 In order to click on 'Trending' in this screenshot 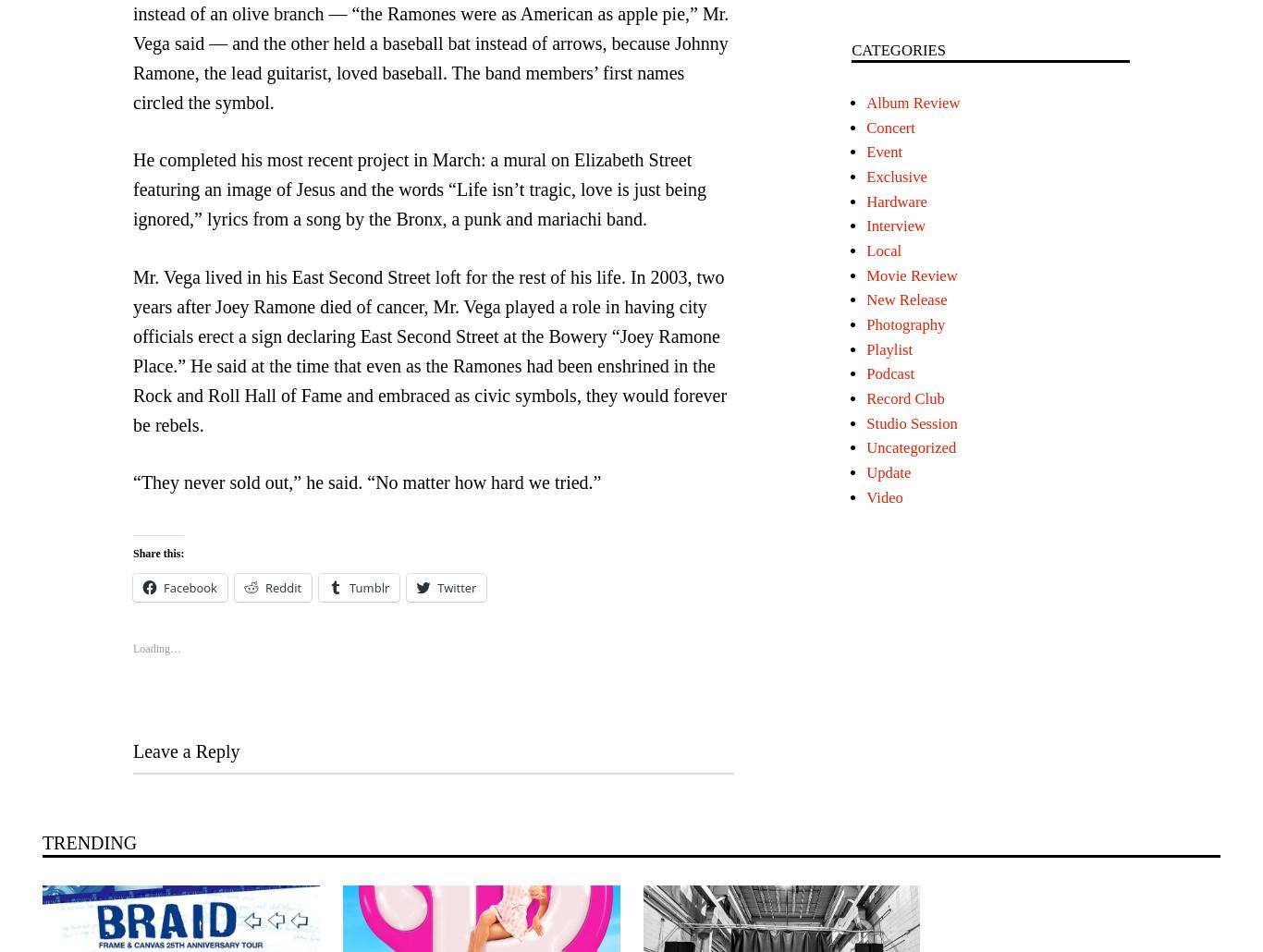, I will do `click(89, 842)`.